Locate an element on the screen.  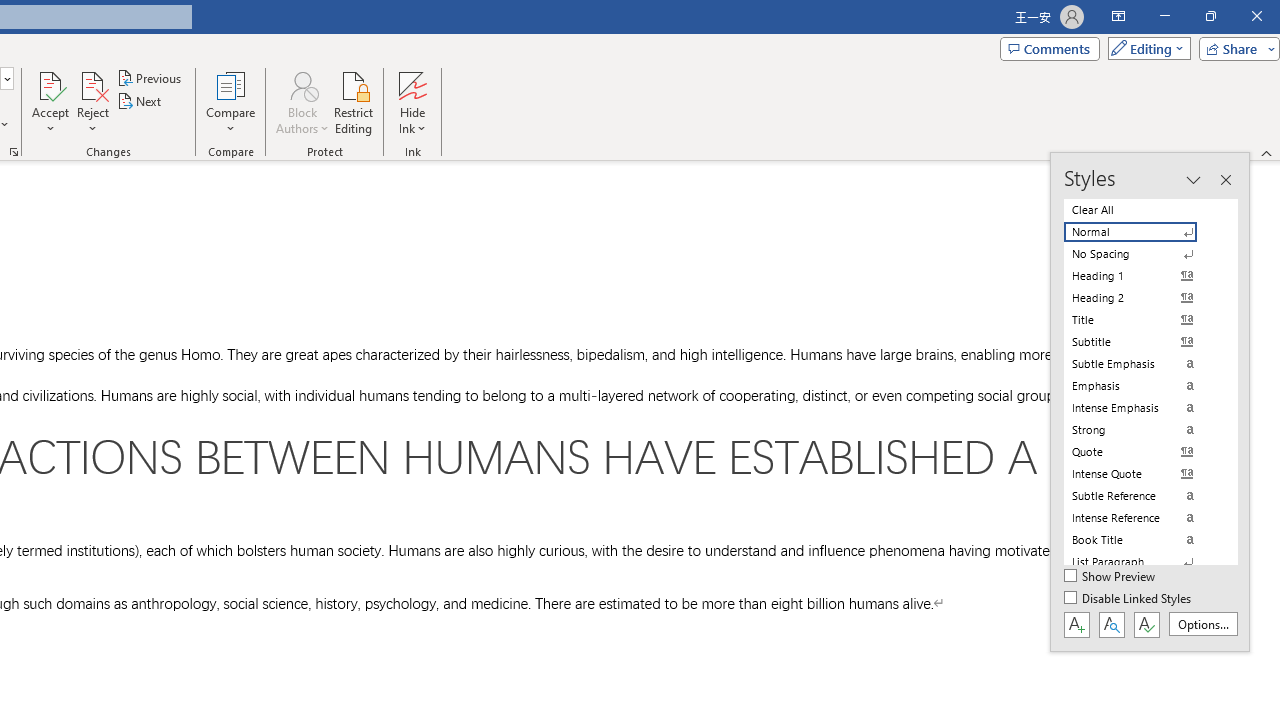
'Change Tracking Options...' is located at coordinates (14, 150).